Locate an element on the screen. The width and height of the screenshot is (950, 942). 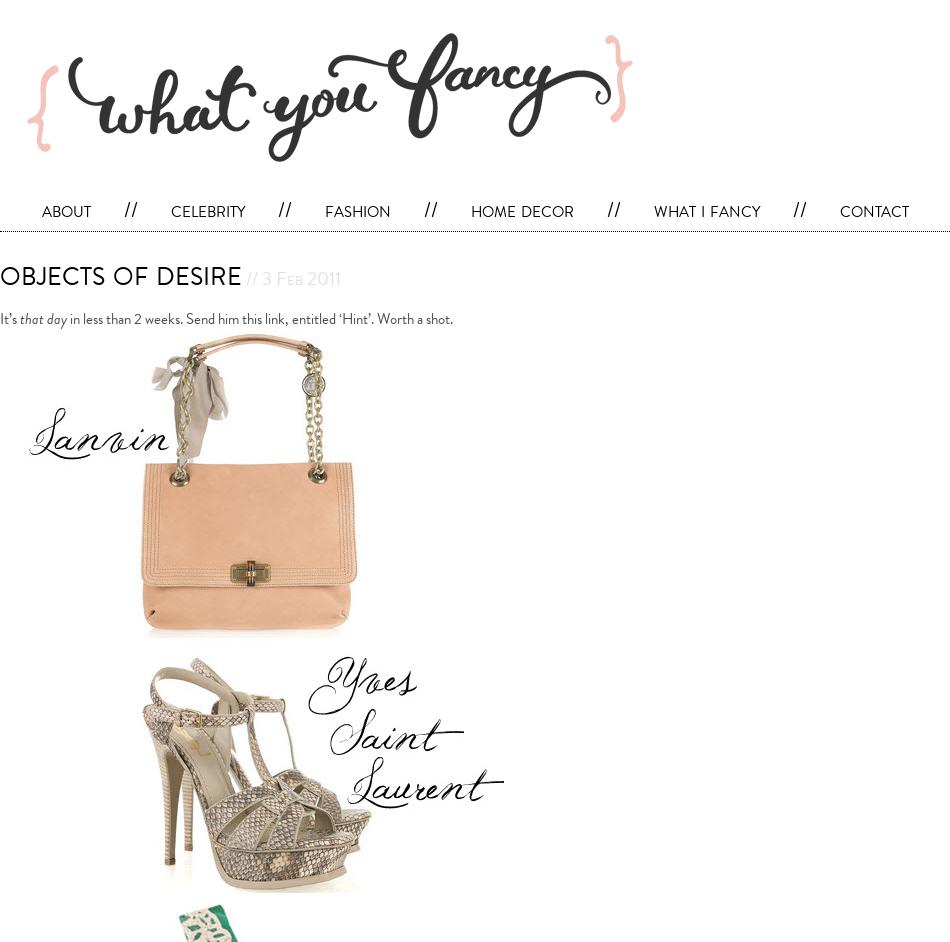
'what i fancy' is located at coordinates (706, 209).